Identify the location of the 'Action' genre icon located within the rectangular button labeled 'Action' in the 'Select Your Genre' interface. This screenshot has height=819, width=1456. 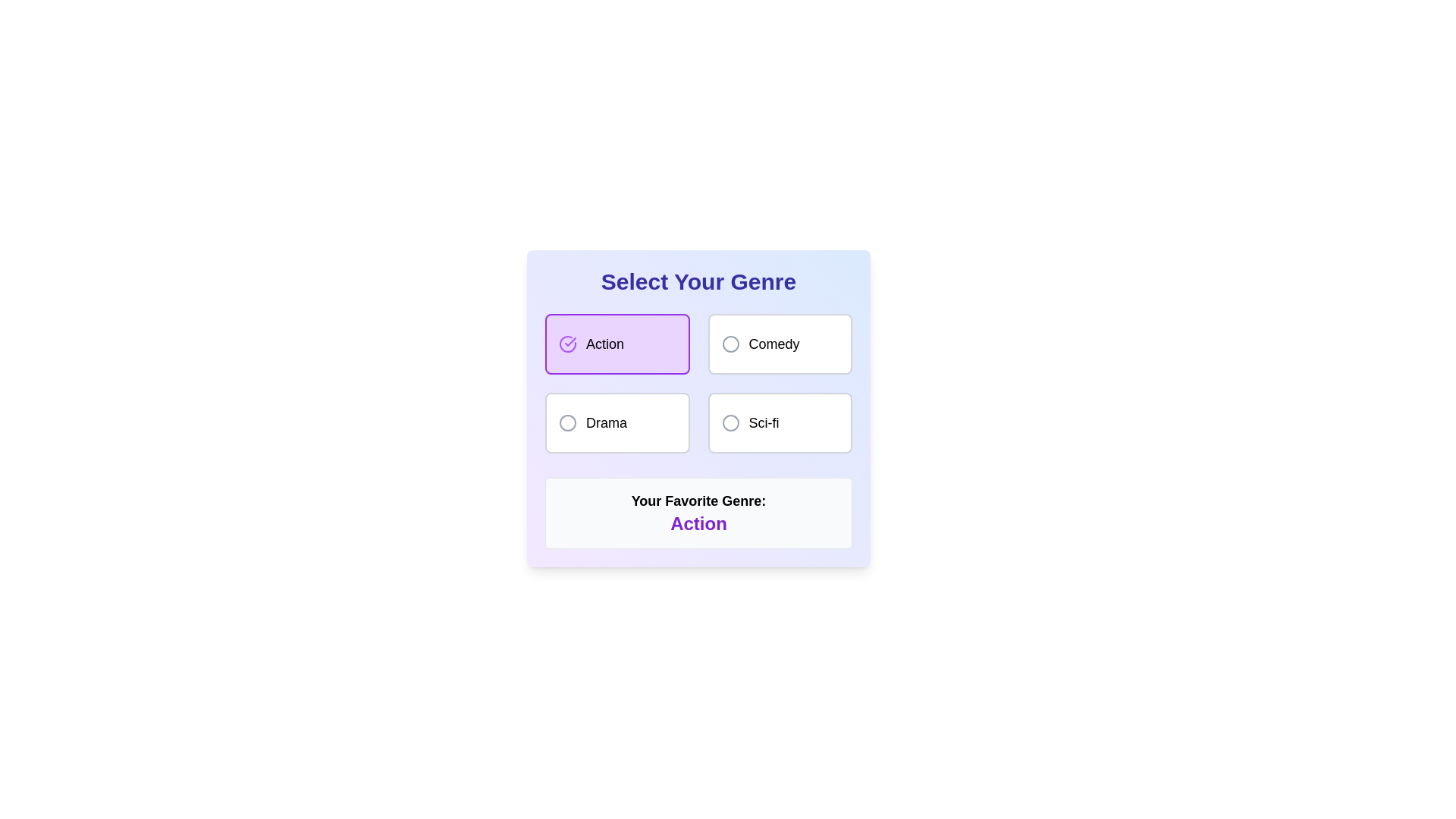
(566, 344).